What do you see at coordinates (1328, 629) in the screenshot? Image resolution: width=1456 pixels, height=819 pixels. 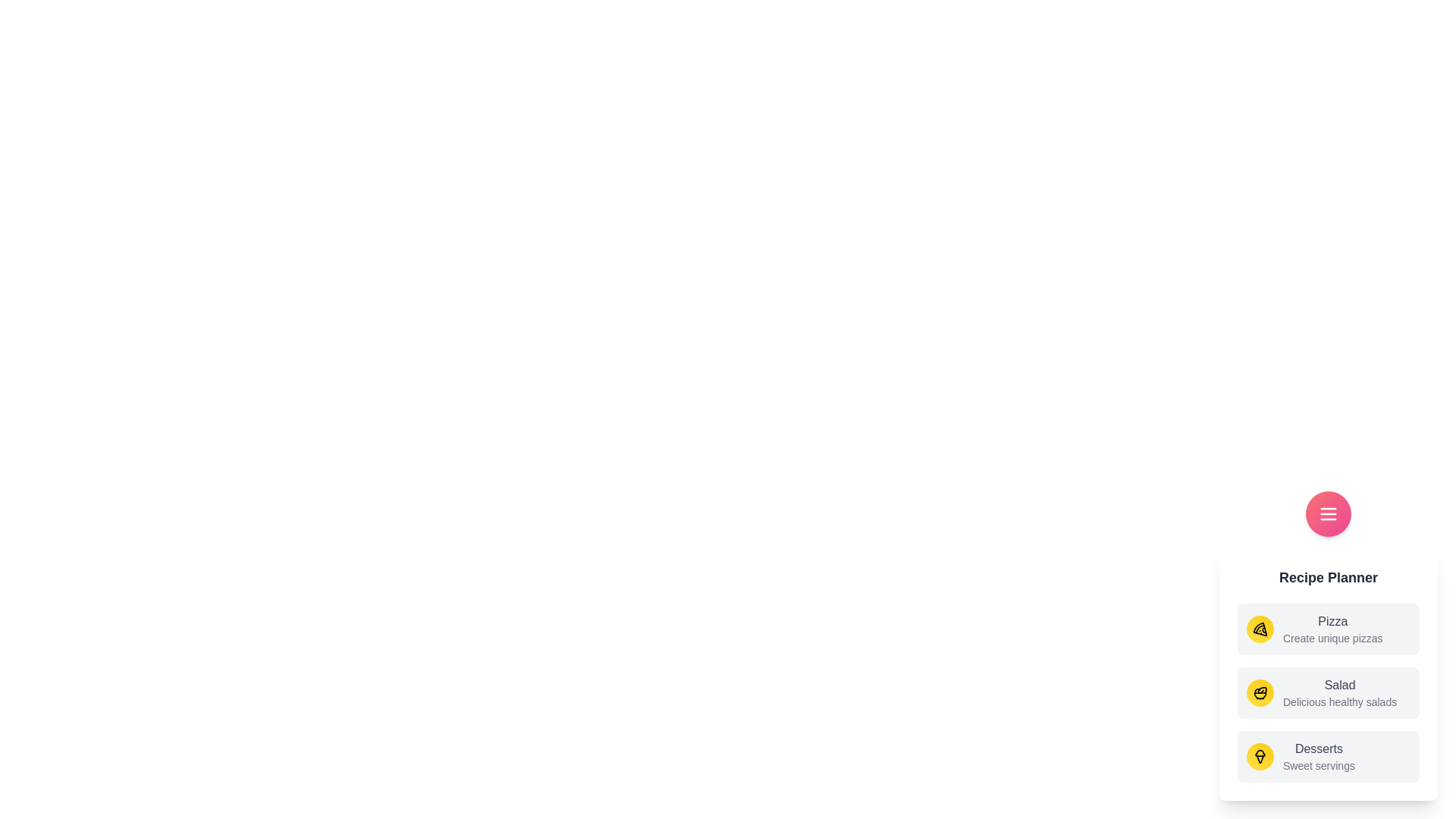 I see `the recipe option Pizza` at bounding box center [1328, 629].